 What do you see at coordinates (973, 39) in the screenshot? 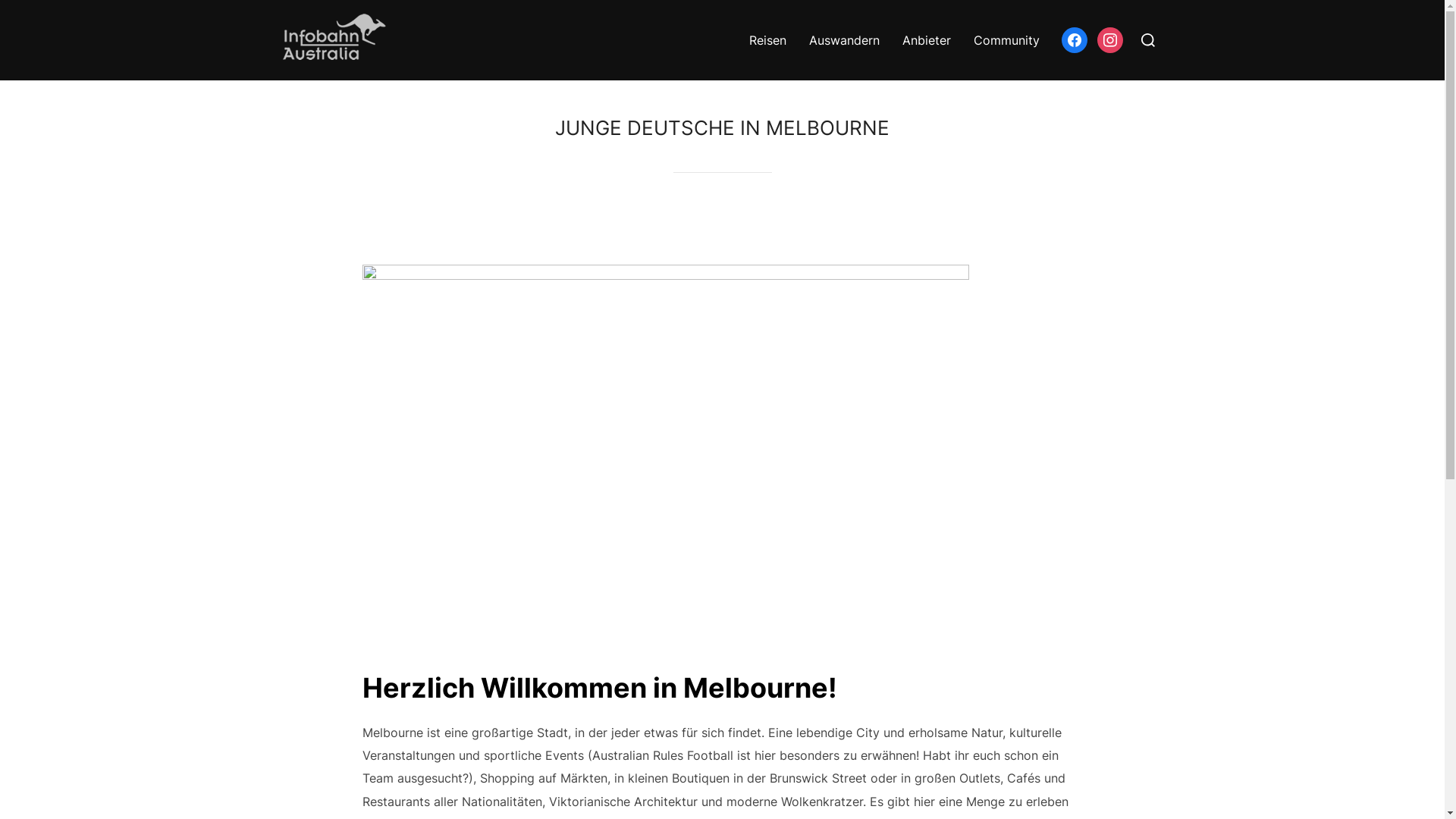
I see `'Community'` at bounding box center [973, 39].